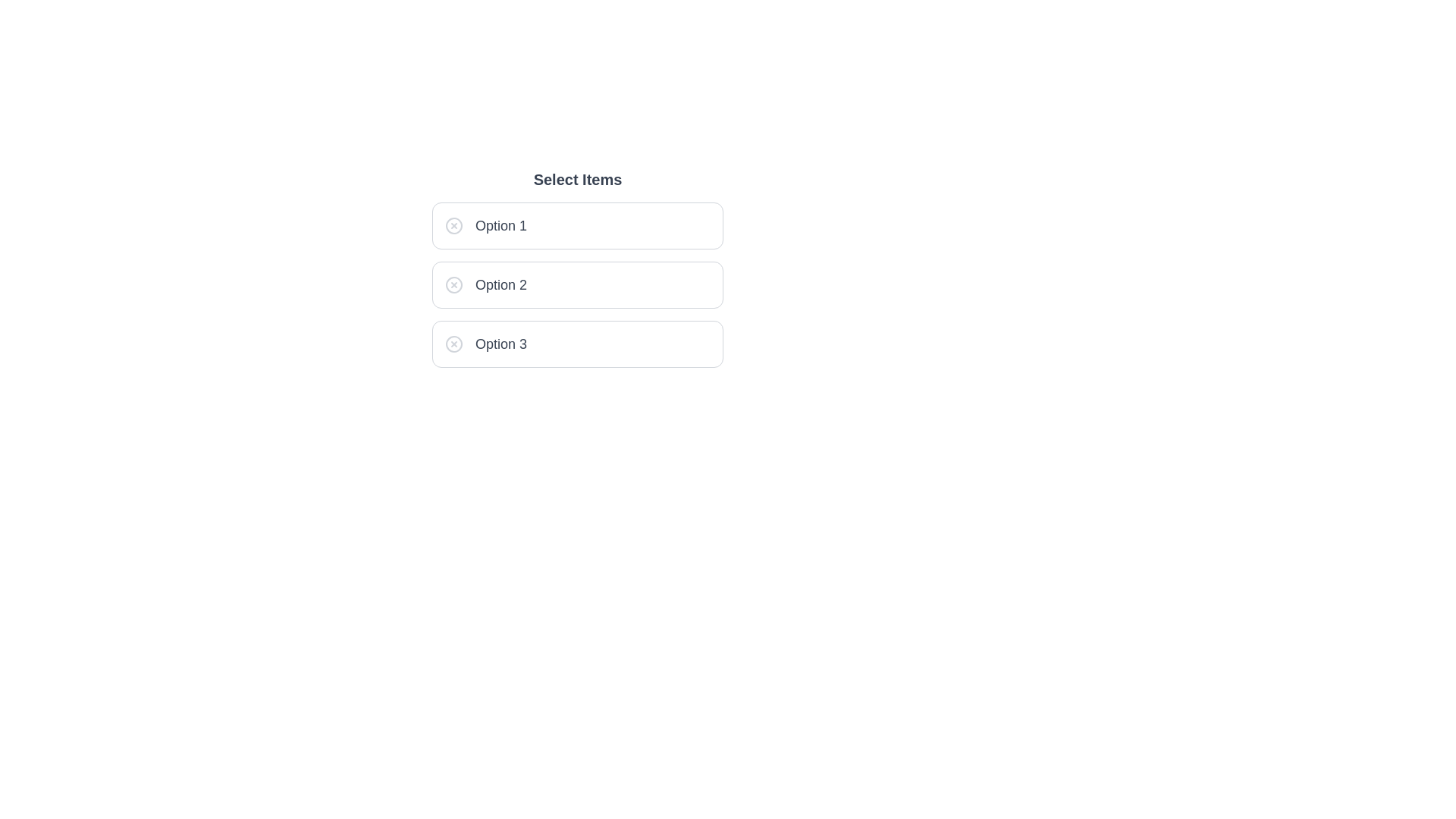 The width and height of the screenshot is (1456, 819). What do you see at coordinates (453, 344) in the screenshot?
I see `the circular outline element with a diameter of approximately 20px that is part of the third selectable option row labeled 'Option 3'` at bounding box center [453, 344].